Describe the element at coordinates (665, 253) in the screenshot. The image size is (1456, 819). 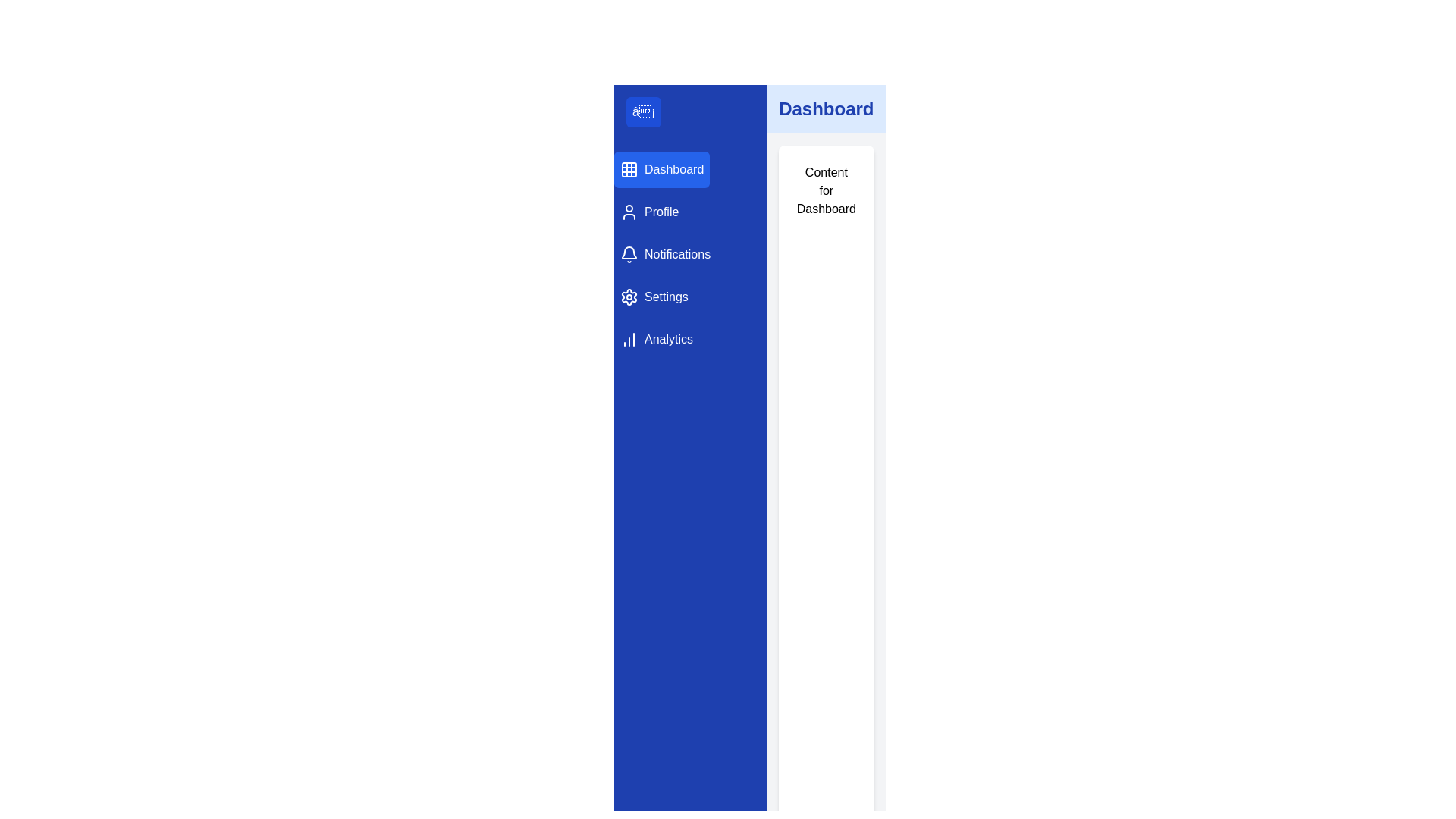
I see `the 'Notifications' button in the vertical navigation menu, which has a bell icon and a blue background` at that location.